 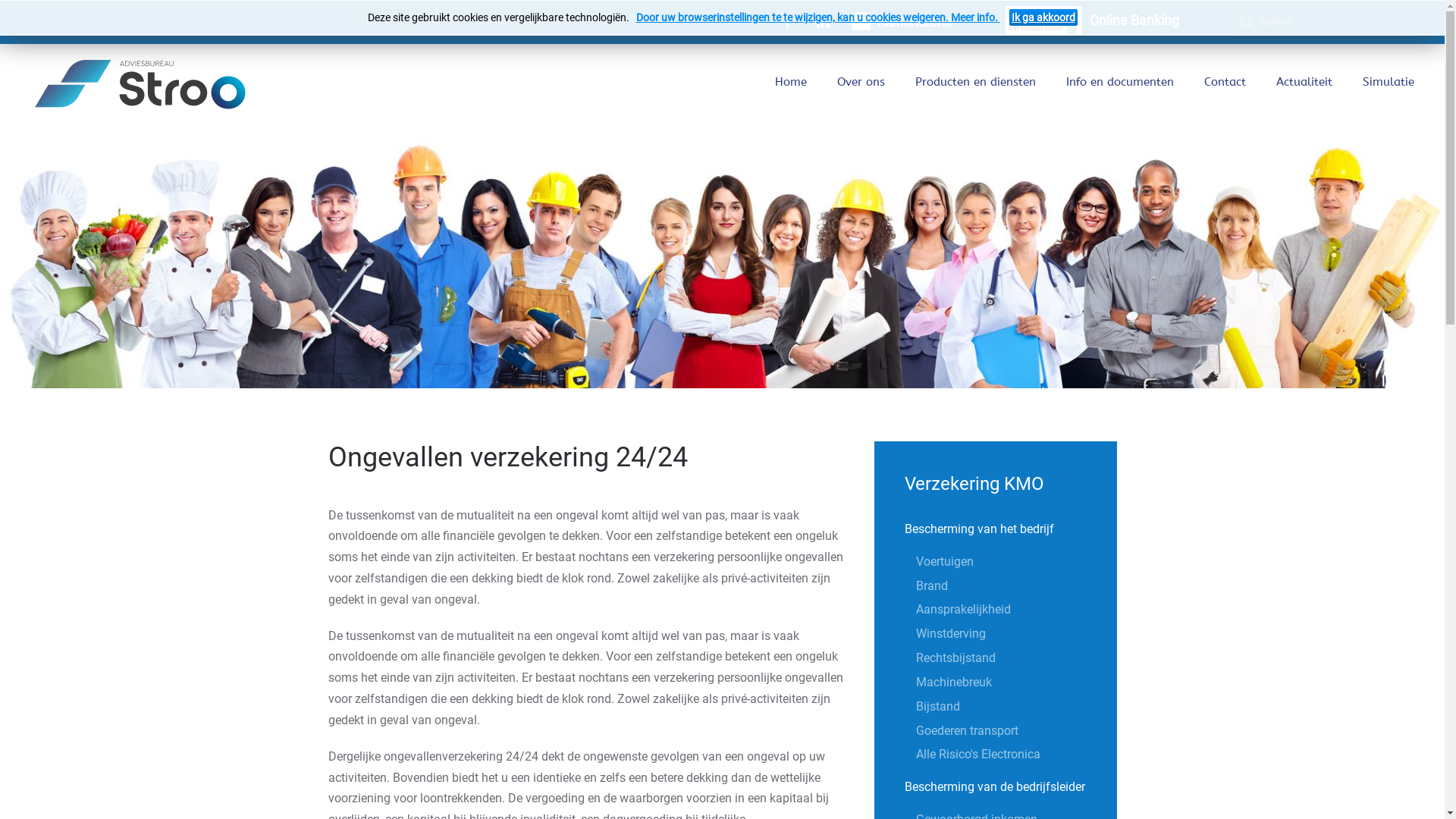 What do you see at coordinates (1203, 82) in the screenshot?
I see `'Contact'` at bounding box center [1203, 82].